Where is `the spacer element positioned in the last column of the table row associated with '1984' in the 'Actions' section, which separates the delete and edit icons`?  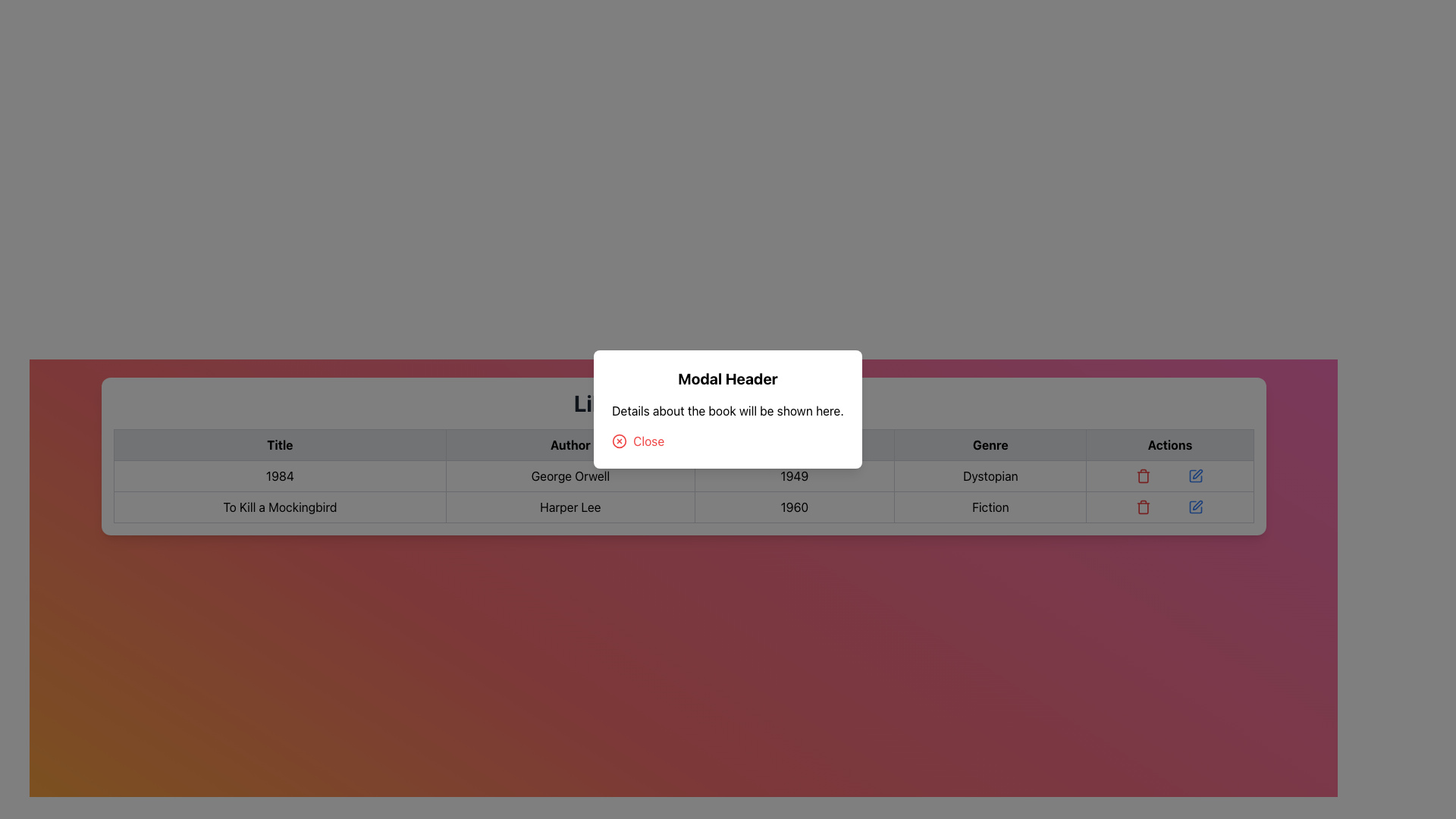 the spacer element positioned in the last column of the table row associated with '1984' in the 'Actions' section, which separates the delete and edit icons is located at coordinates (1169, 475).